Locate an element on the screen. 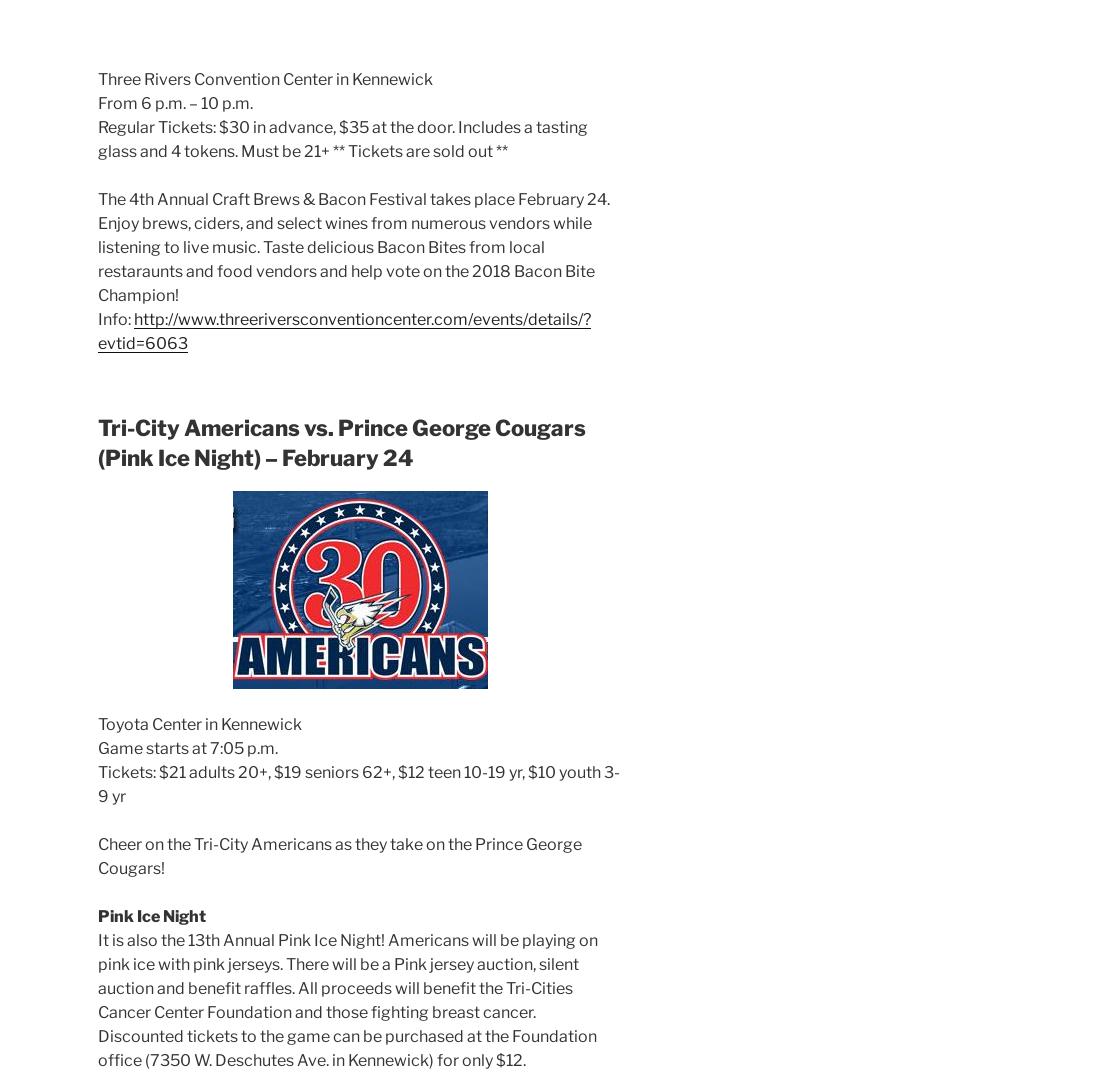  'Cheer on the Tri-City Americans as they take on the Prince George Cougars!' is located at coordinates (339, 854).